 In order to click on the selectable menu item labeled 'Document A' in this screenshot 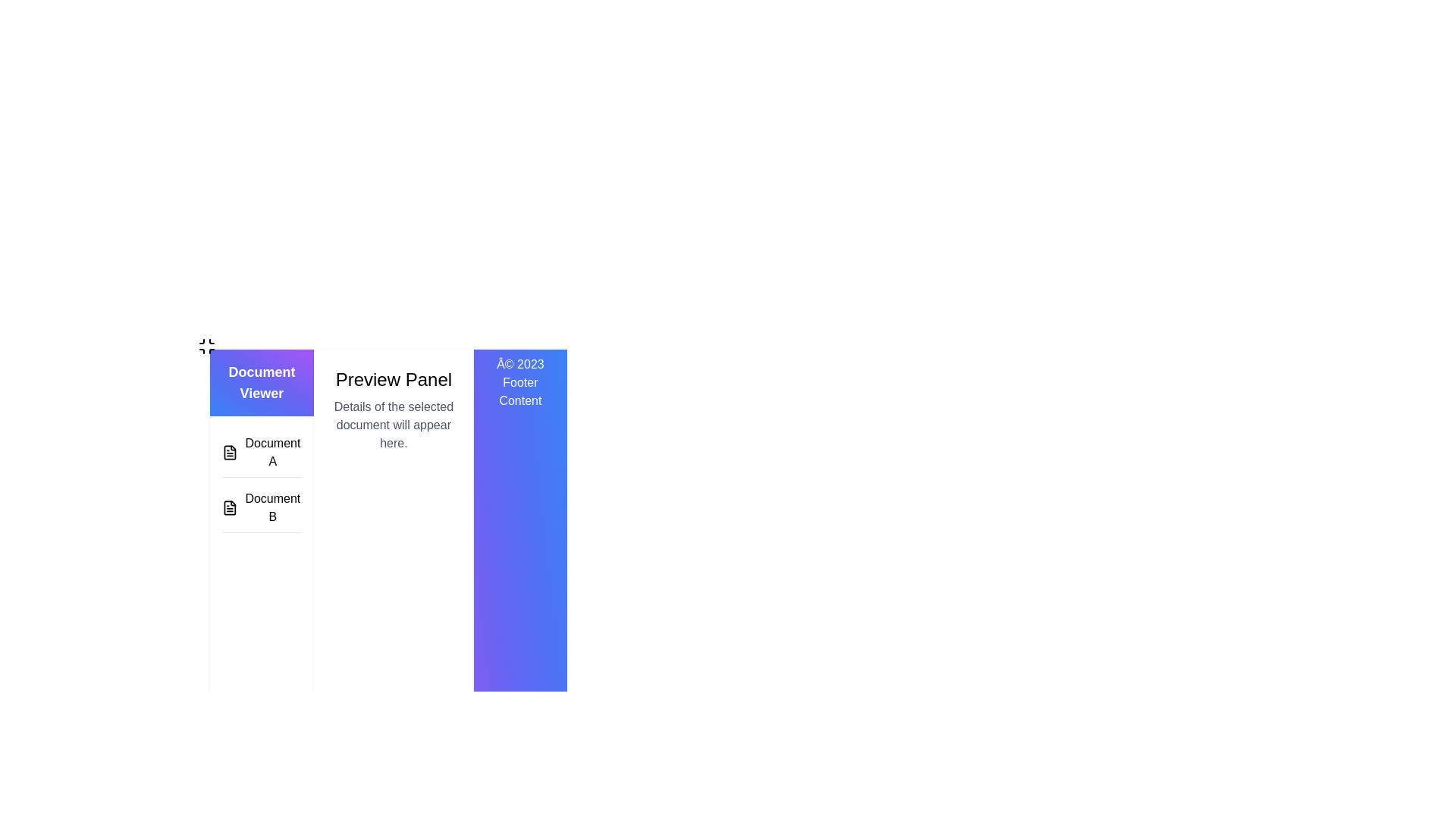, I will do `click(262, 452)`.